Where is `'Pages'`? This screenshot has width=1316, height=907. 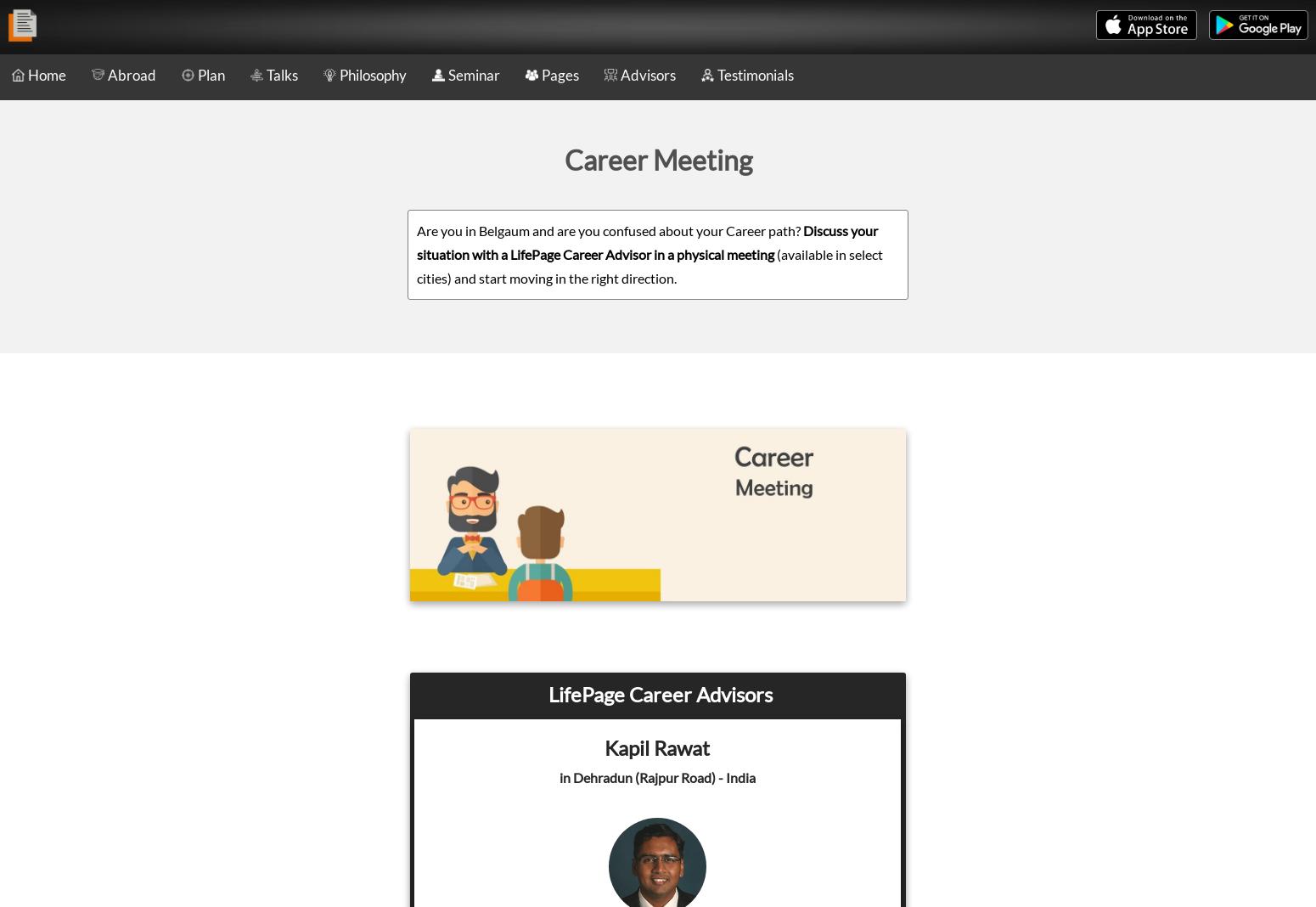
'Pages' is located at coordinates (559, 74).